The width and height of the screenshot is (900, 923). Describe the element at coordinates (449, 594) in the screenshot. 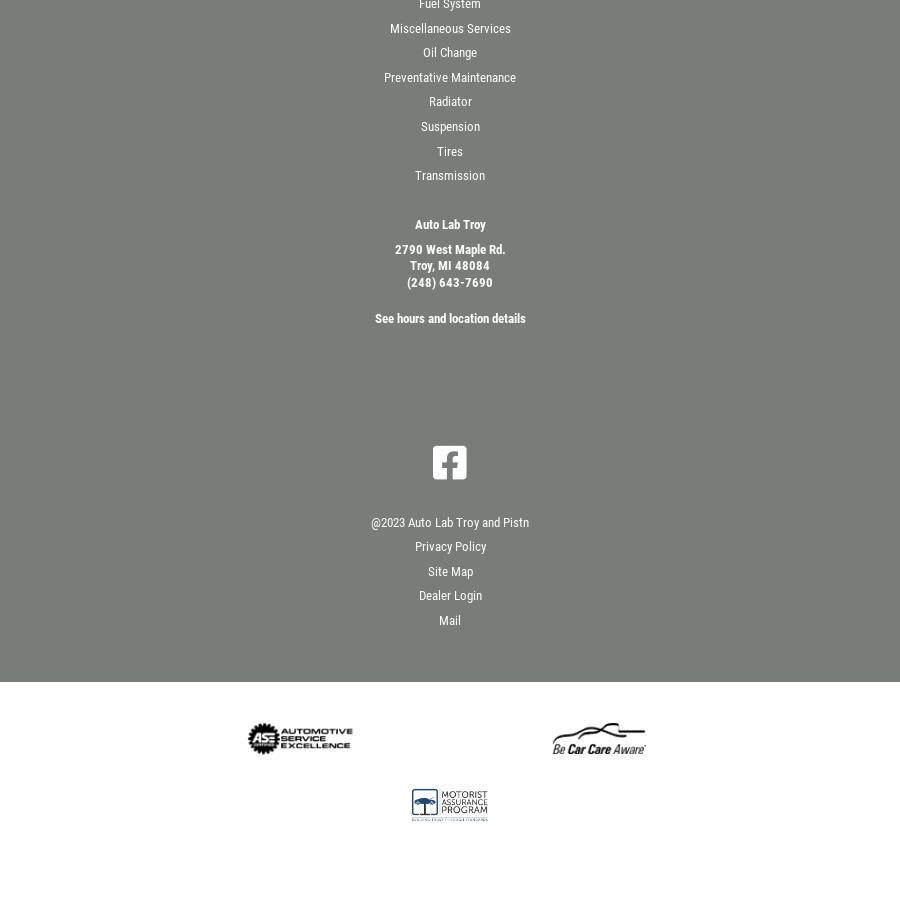

I see `'Dealer Login'` at that location.